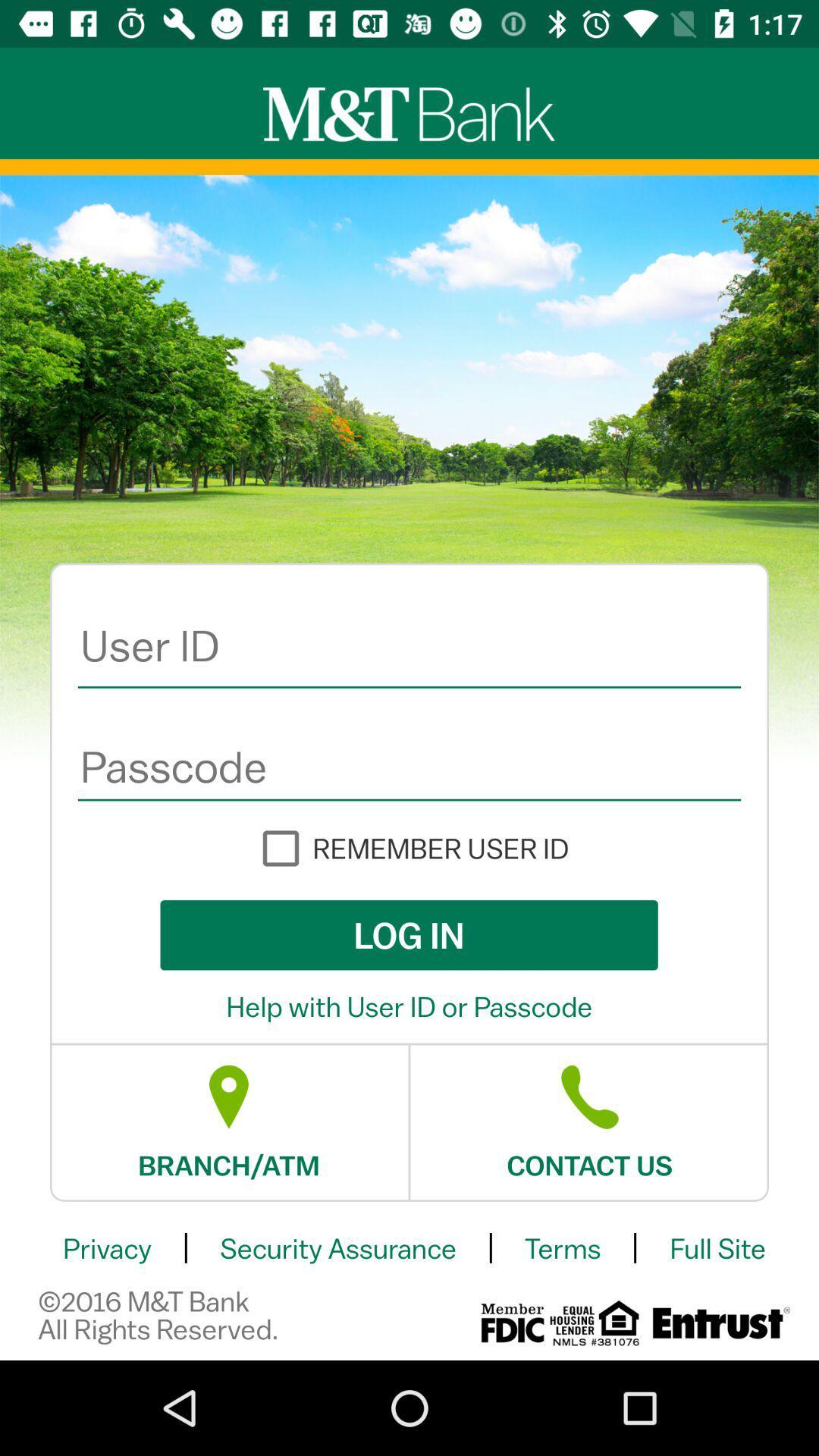 Image resolution: width=819 pixels, height=1456 pixels. Describe the element at coordinates (409, 1006) in the screenshot. I see `help with user` at that location.